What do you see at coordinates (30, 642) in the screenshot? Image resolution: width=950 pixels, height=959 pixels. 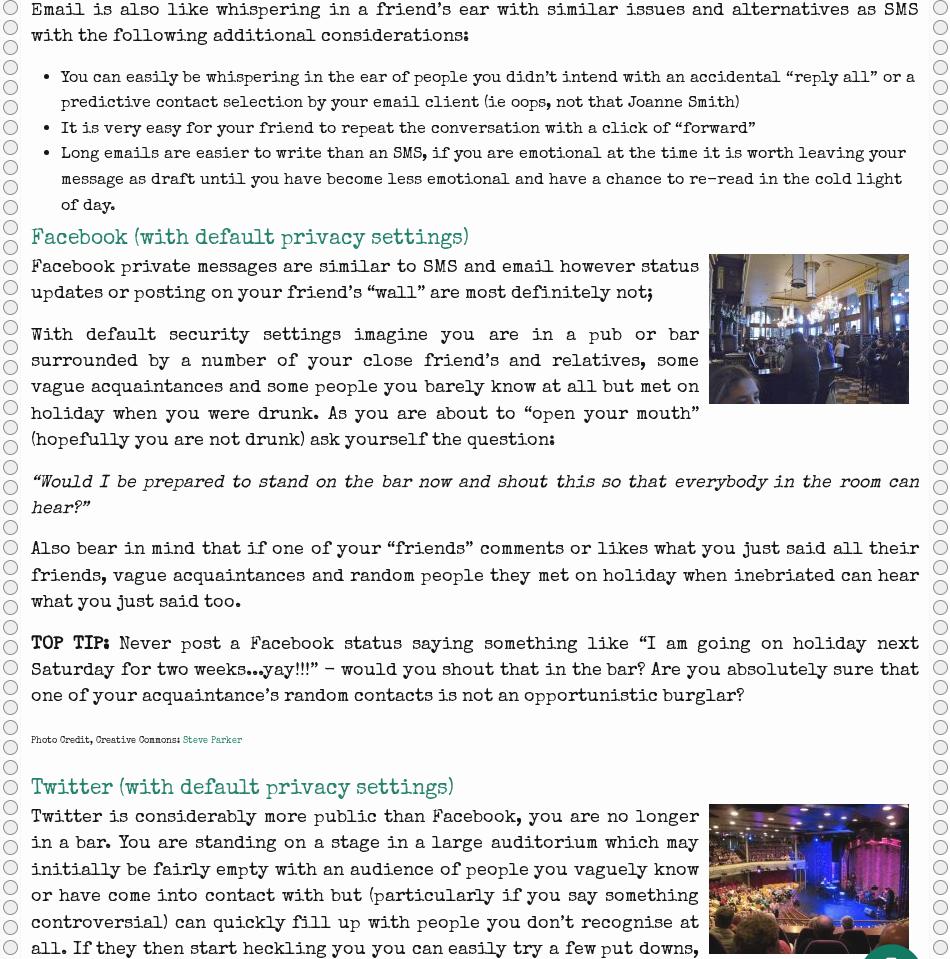 I see `'TOP TIP:'` at bounding box center [30, 642].